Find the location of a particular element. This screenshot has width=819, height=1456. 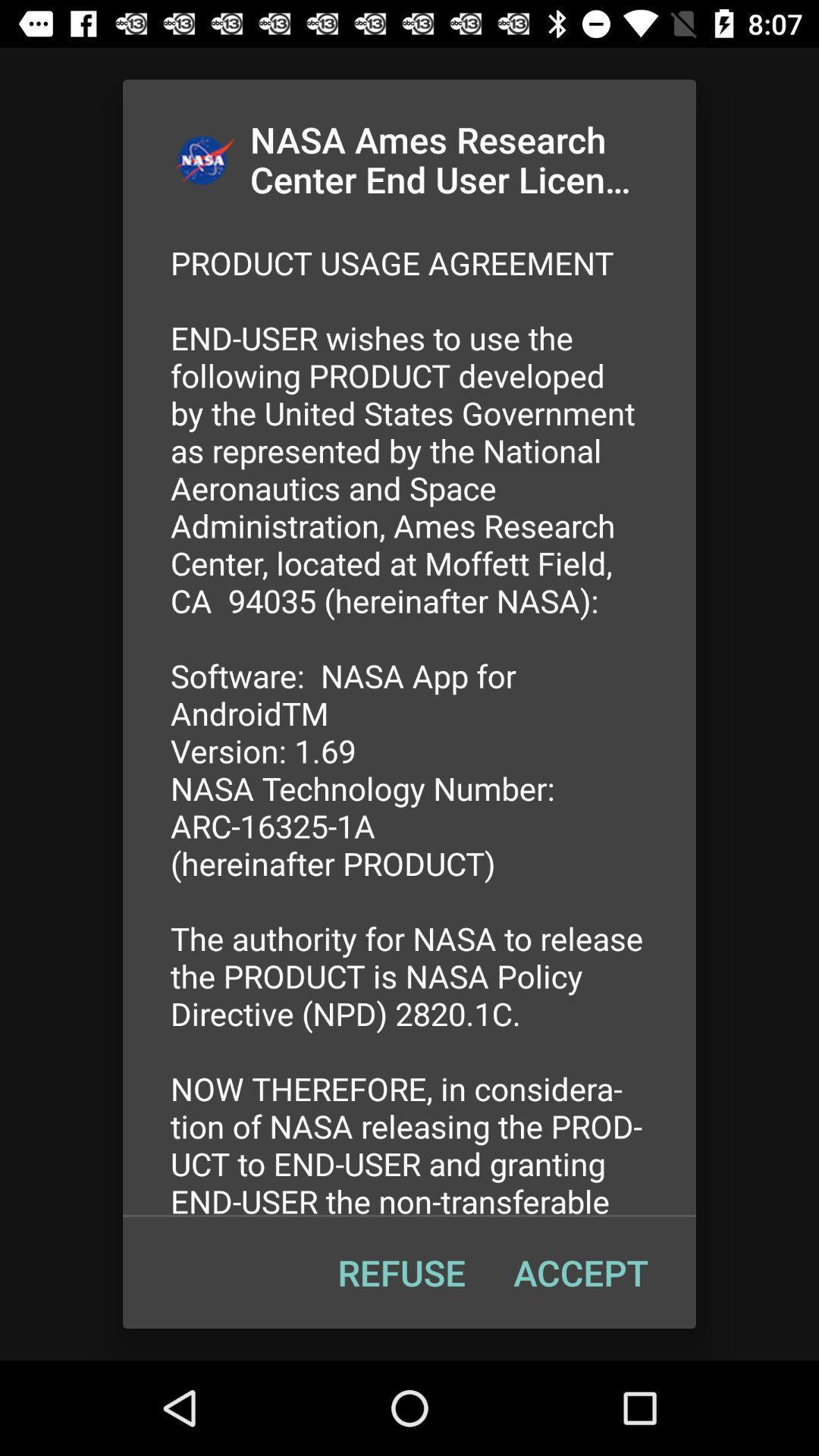

the icon below product usage agreement is located at coordinates (580, 1272).